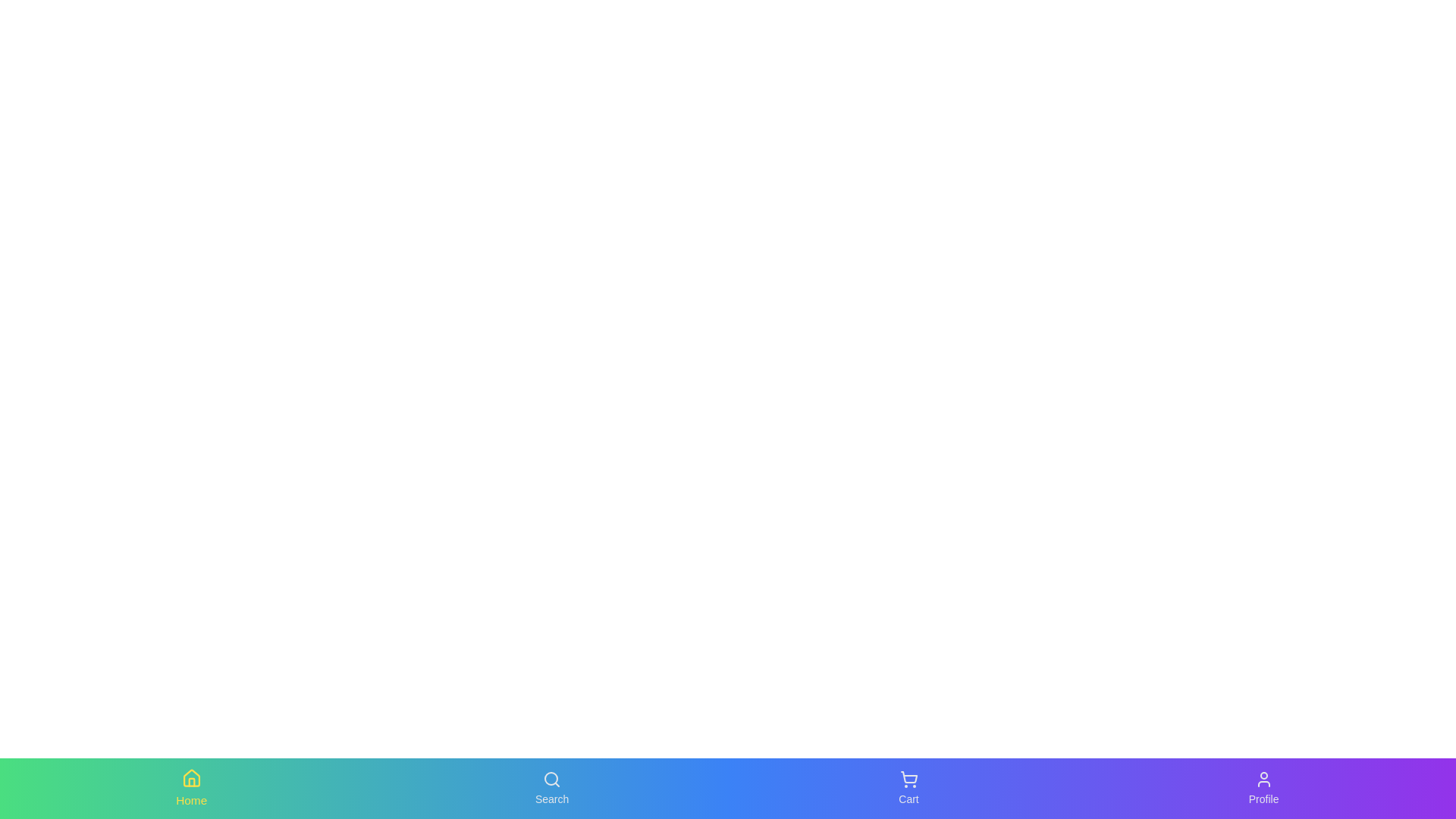 This screenshot has height=819, width=1456. Describe the element at coordinates (908, 788) in the screenshot. I see `the Navigation link with a cart icon and the text 'Cart'` at that location.